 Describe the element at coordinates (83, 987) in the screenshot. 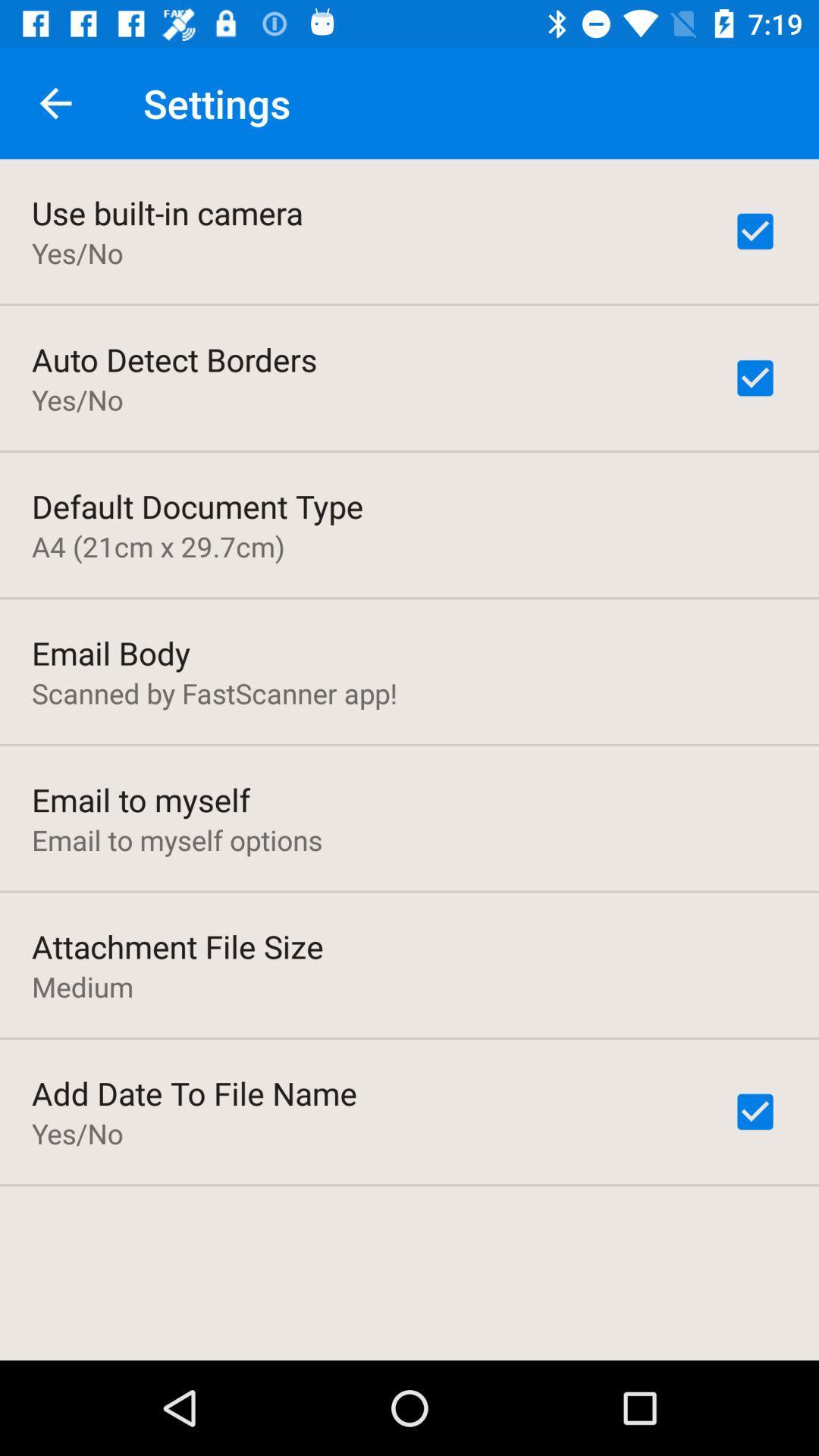

I see `the medium` at that location.